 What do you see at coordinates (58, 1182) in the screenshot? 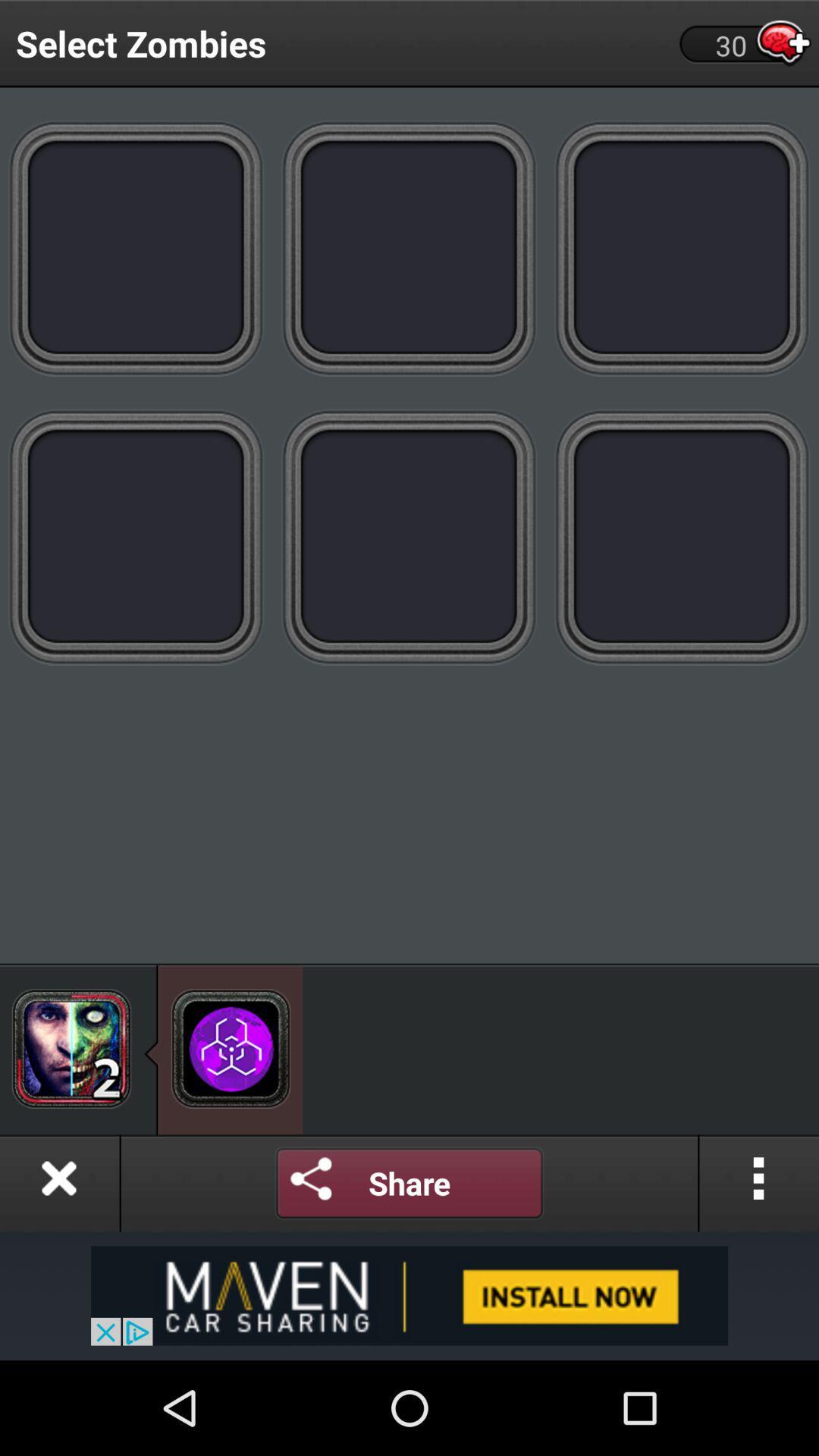
I see `exit` at bounding box center [58, 1182].